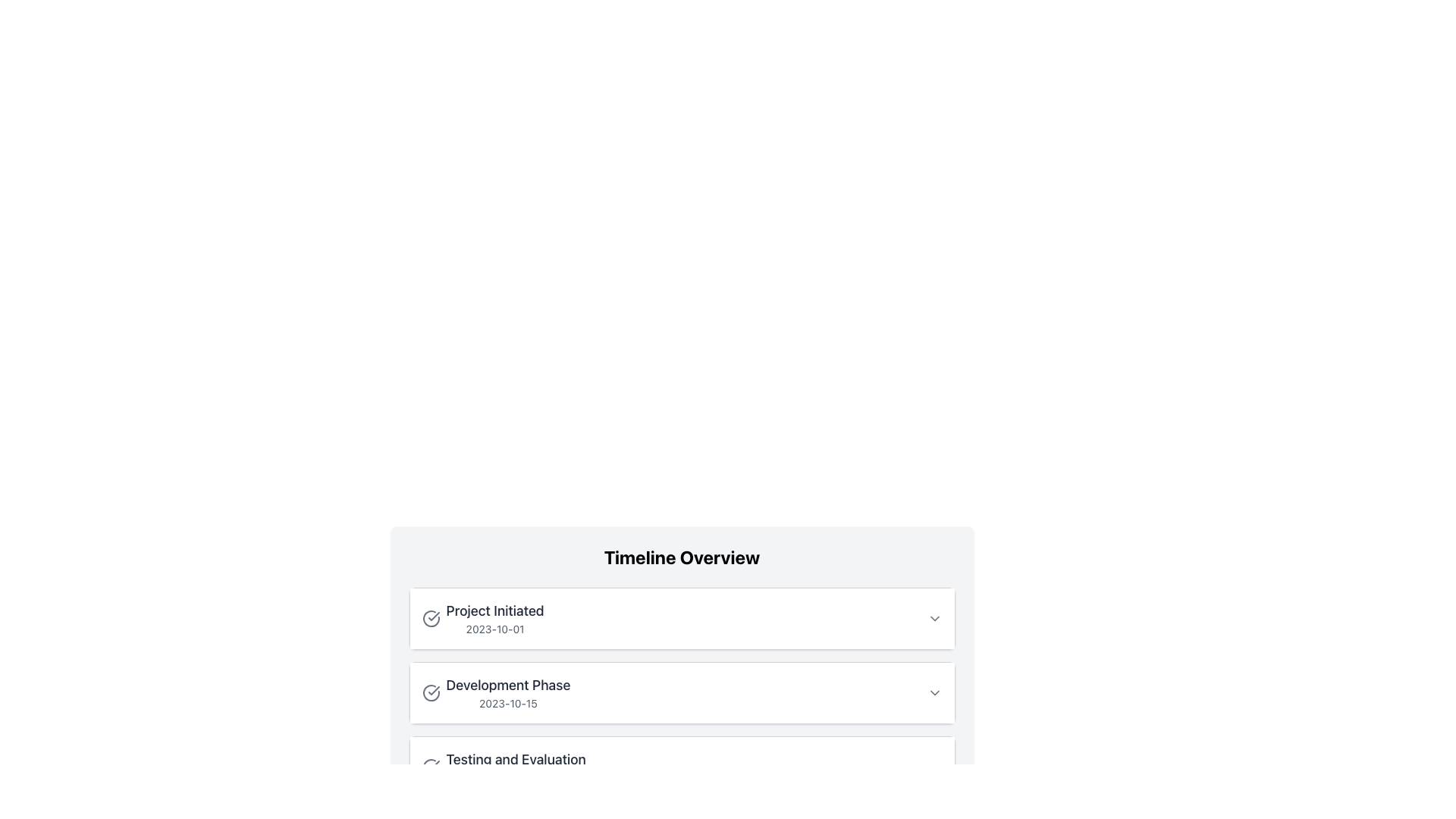 Image resolution: width=1456 pixels, height=819 pixels. Describe the element at coordinates (482, 619) in the screenshot. I see `the informational text block indicating the initiation of a project and its corresponding date, located under the 'Timeline Overview' section` at that location.